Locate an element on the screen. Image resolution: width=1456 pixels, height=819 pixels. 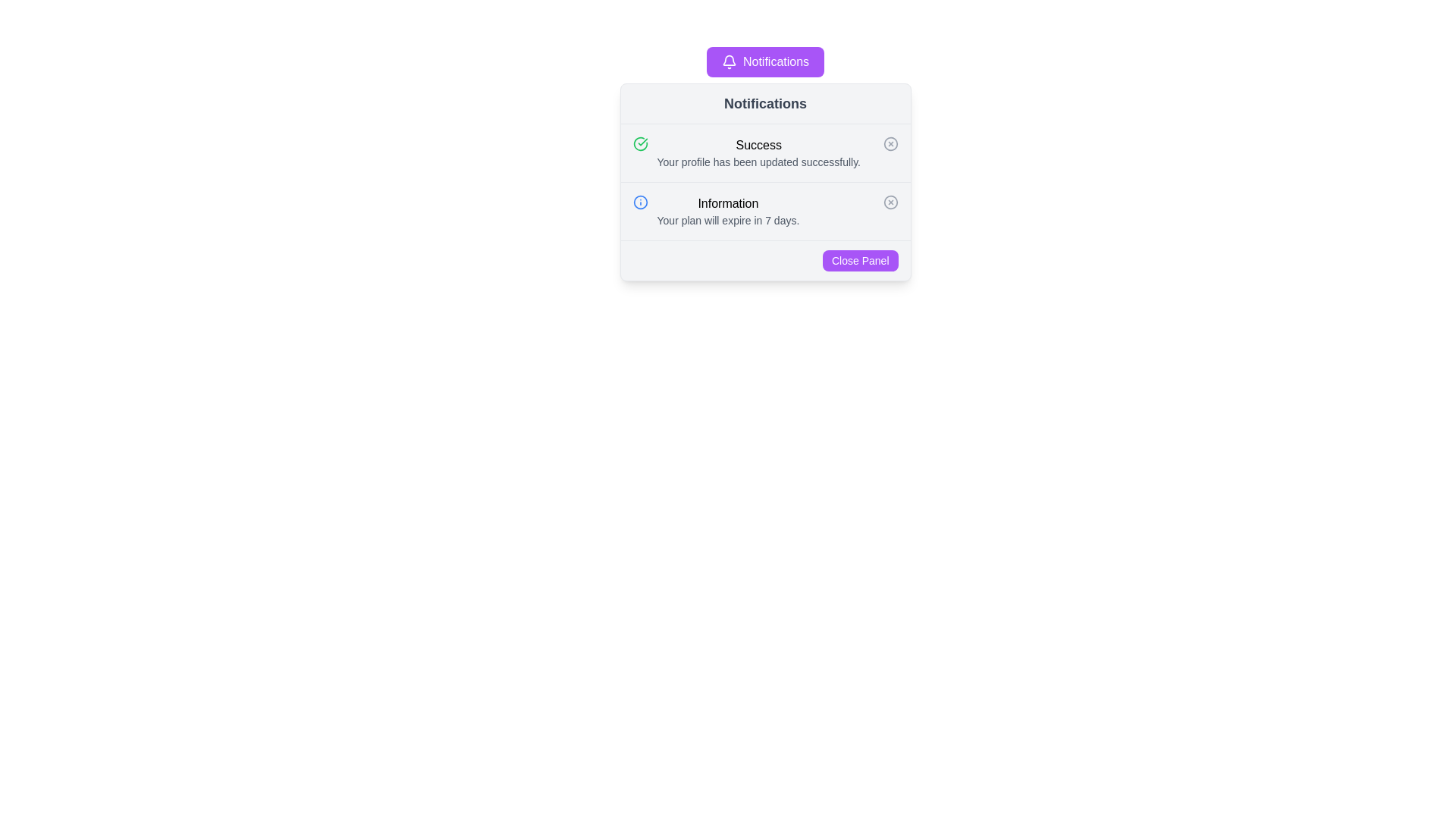
the green circular icon with a checkmark inside, located to the left of the 'SuccessYour profile has been updated successfully.' text in the notification panel, for visual confirmation of success is located at coordinates (640, 143).